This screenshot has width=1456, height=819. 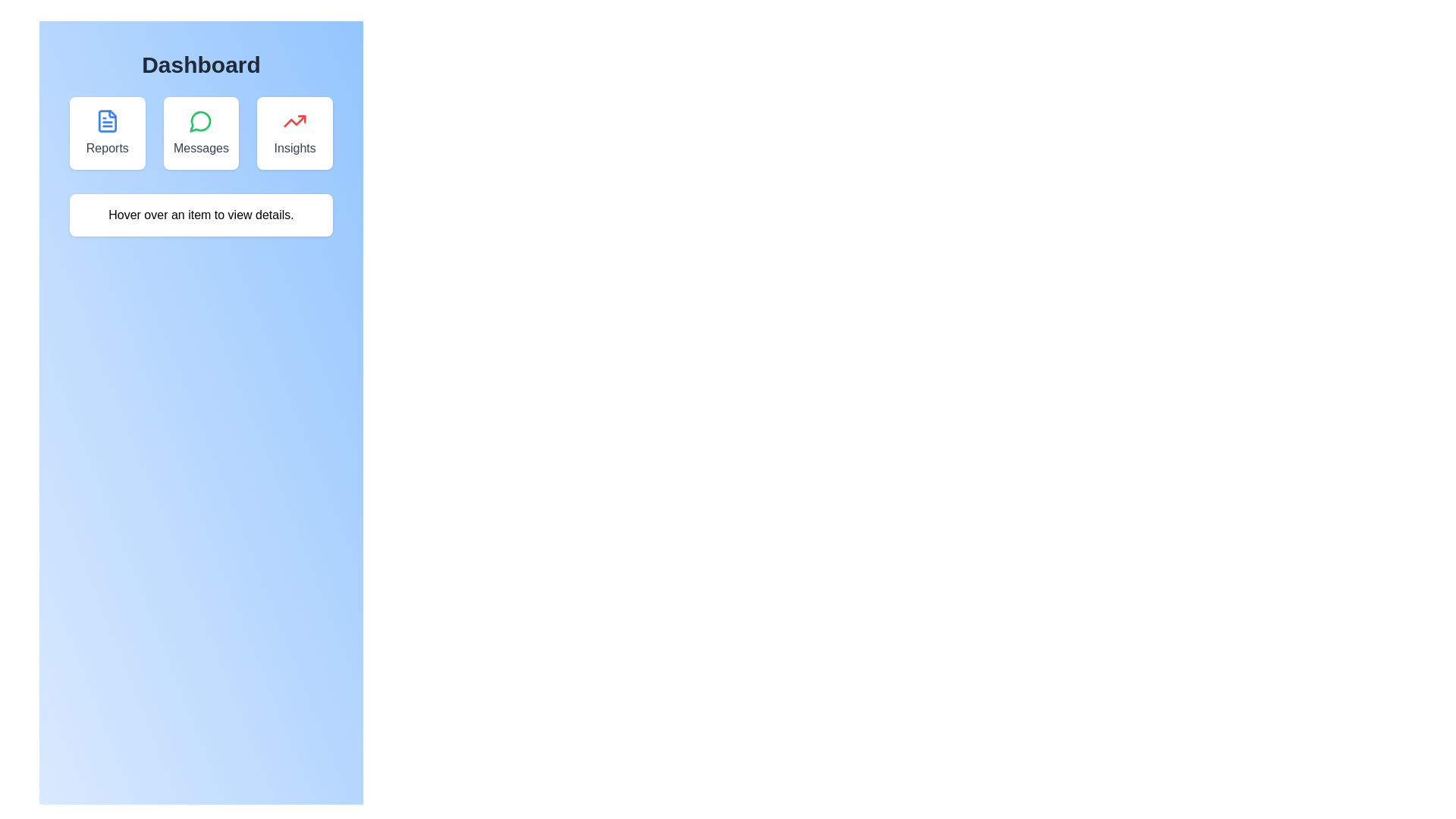 I want to click on the 'Messages' static text label, which is part of the menu items in the dashboard layout and located below the green speech bubble icon, so click(x=200, y=149).